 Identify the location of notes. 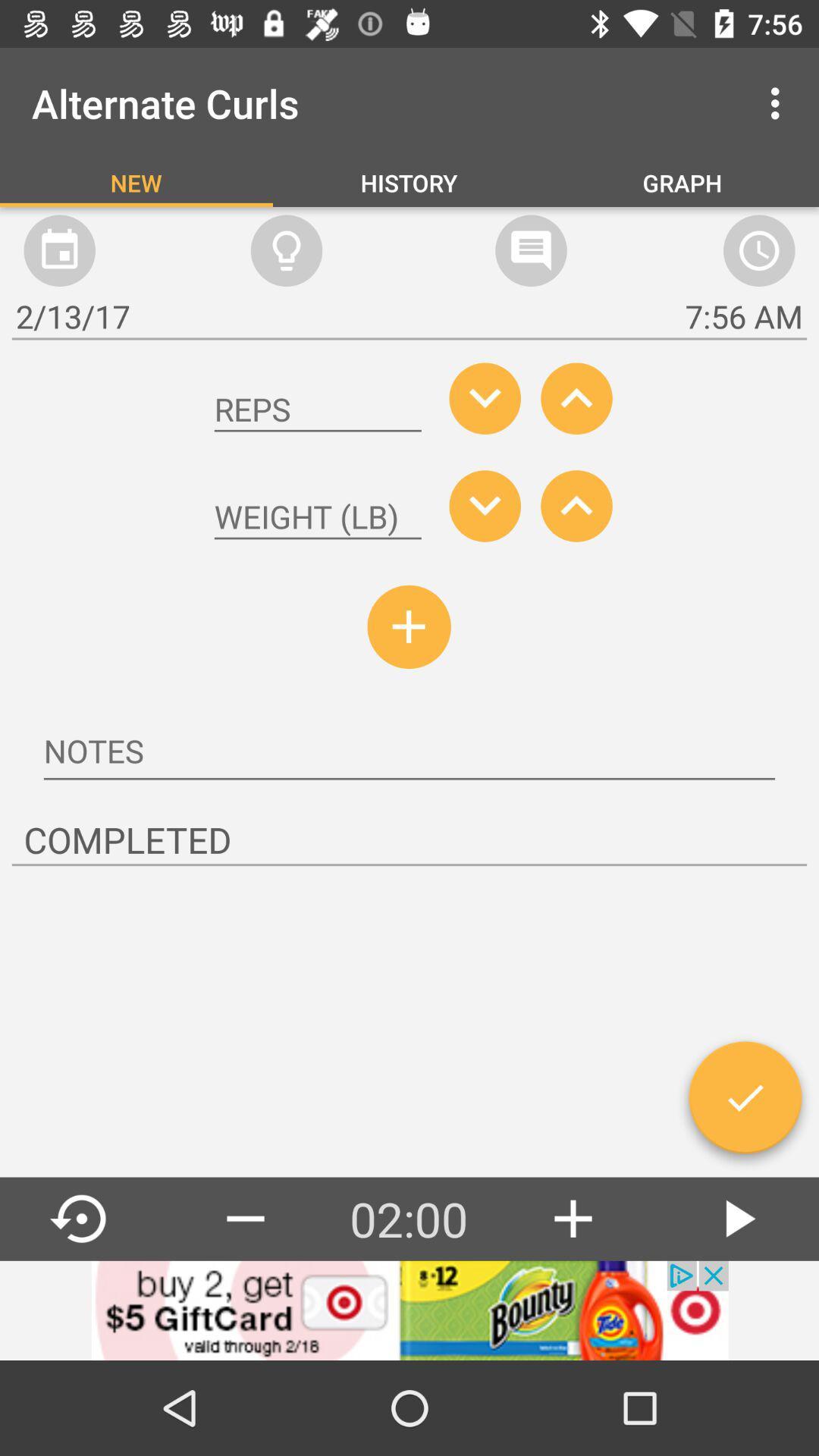
(409, 753).